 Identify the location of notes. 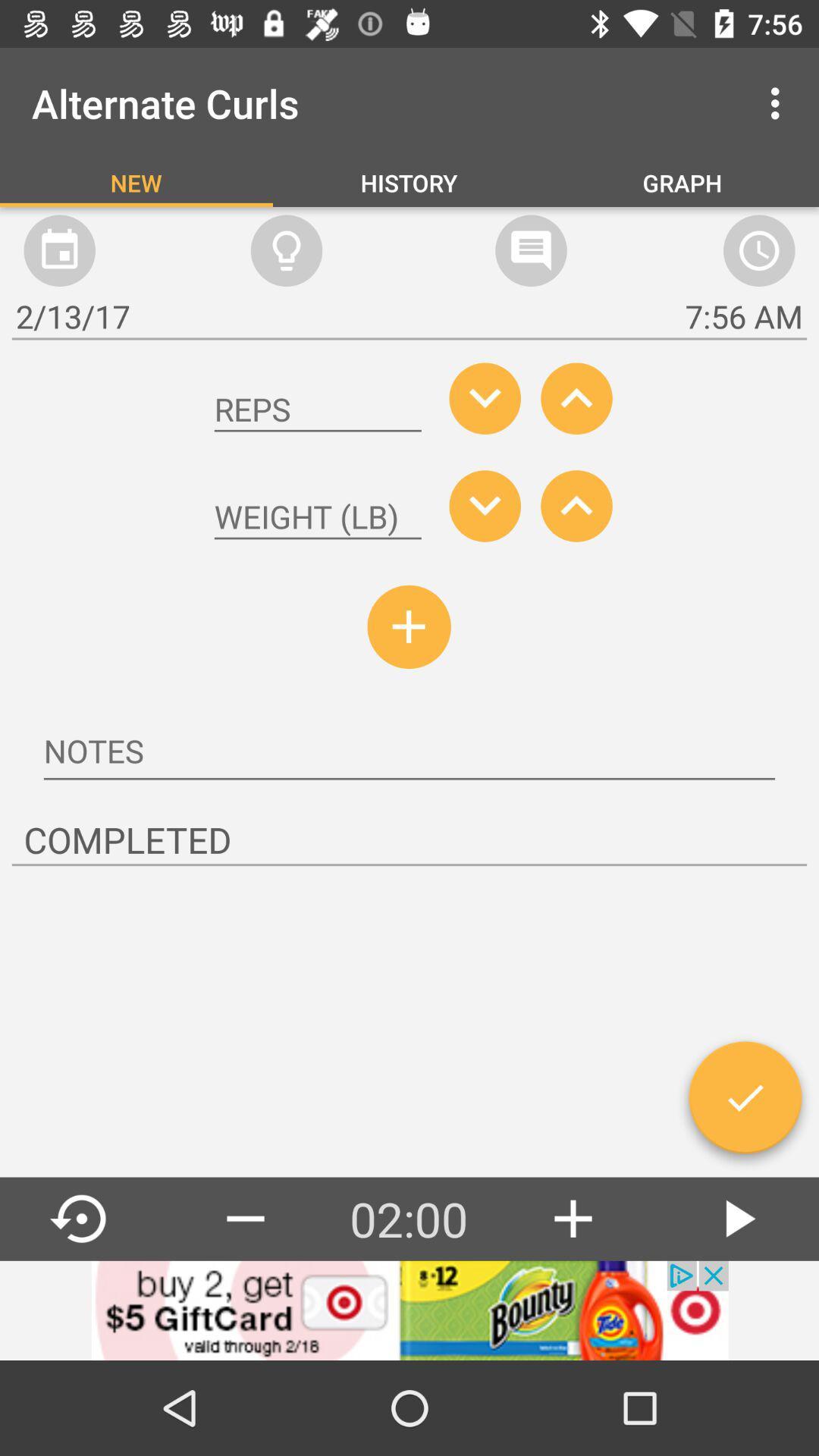
(409, 753).